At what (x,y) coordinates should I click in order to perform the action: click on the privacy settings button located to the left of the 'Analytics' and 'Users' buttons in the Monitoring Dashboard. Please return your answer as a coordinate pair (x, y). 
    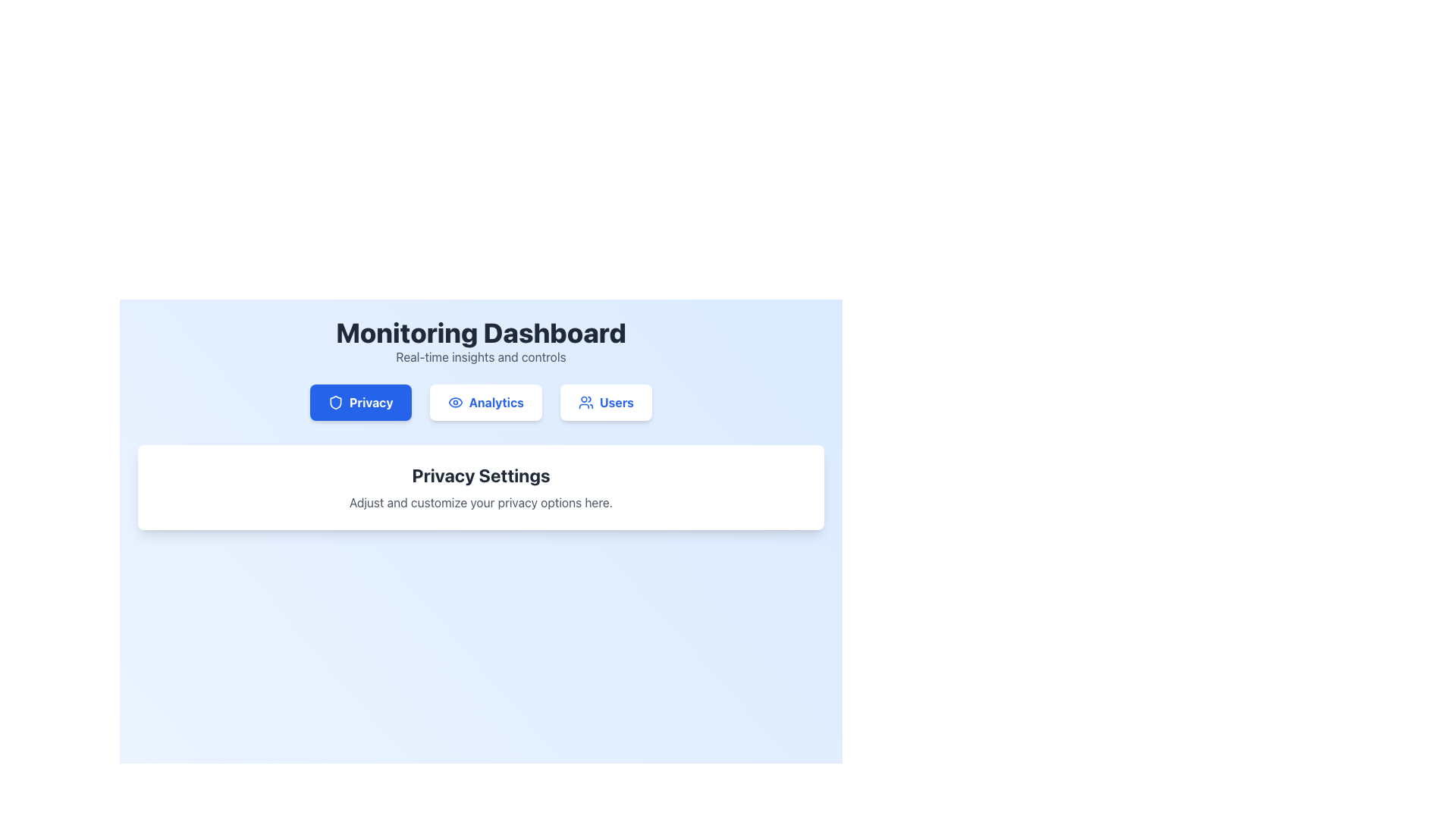
    Looking at the image, I should click on (359, 402).